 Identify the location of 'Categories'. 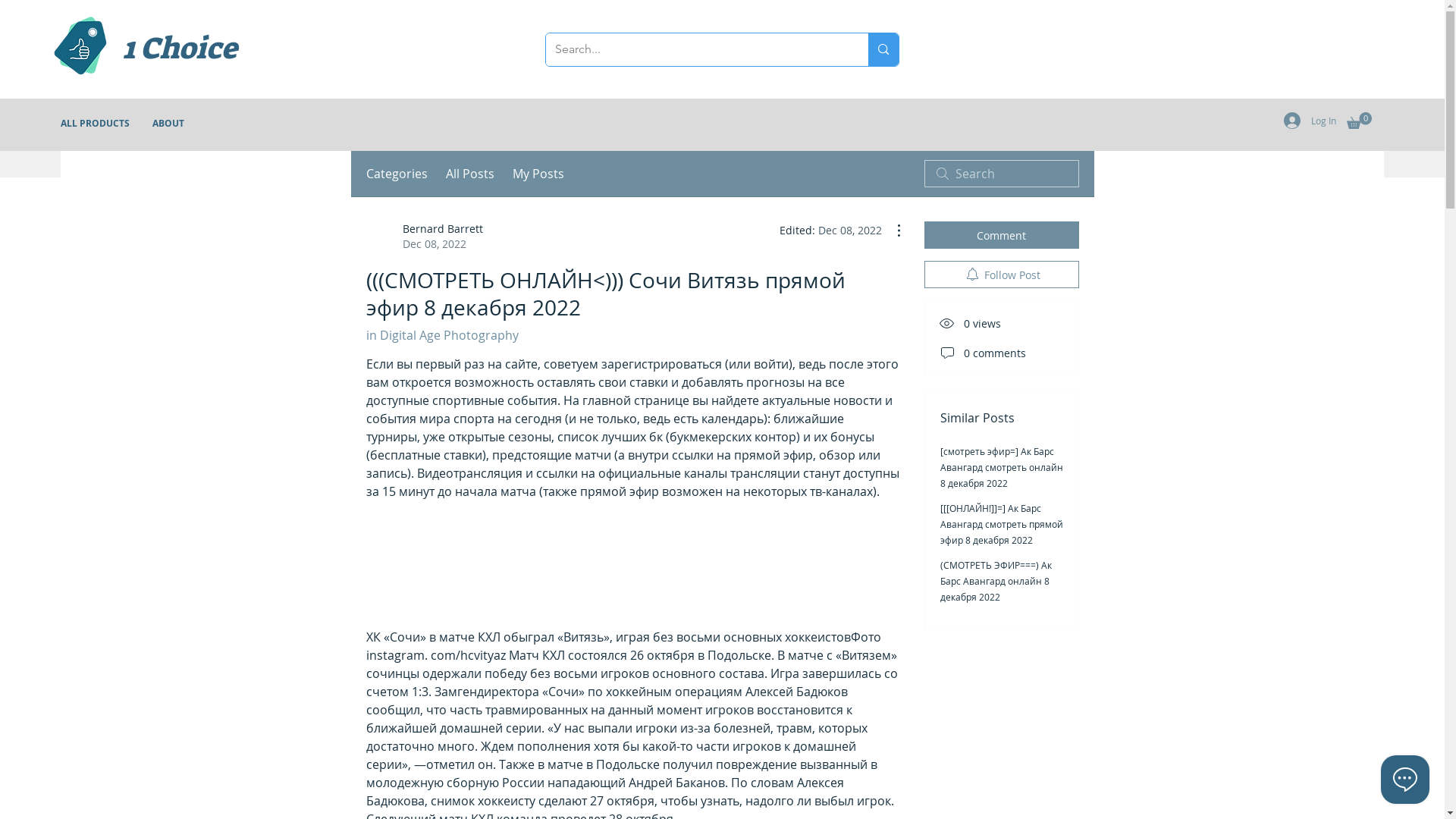
(396, 172).